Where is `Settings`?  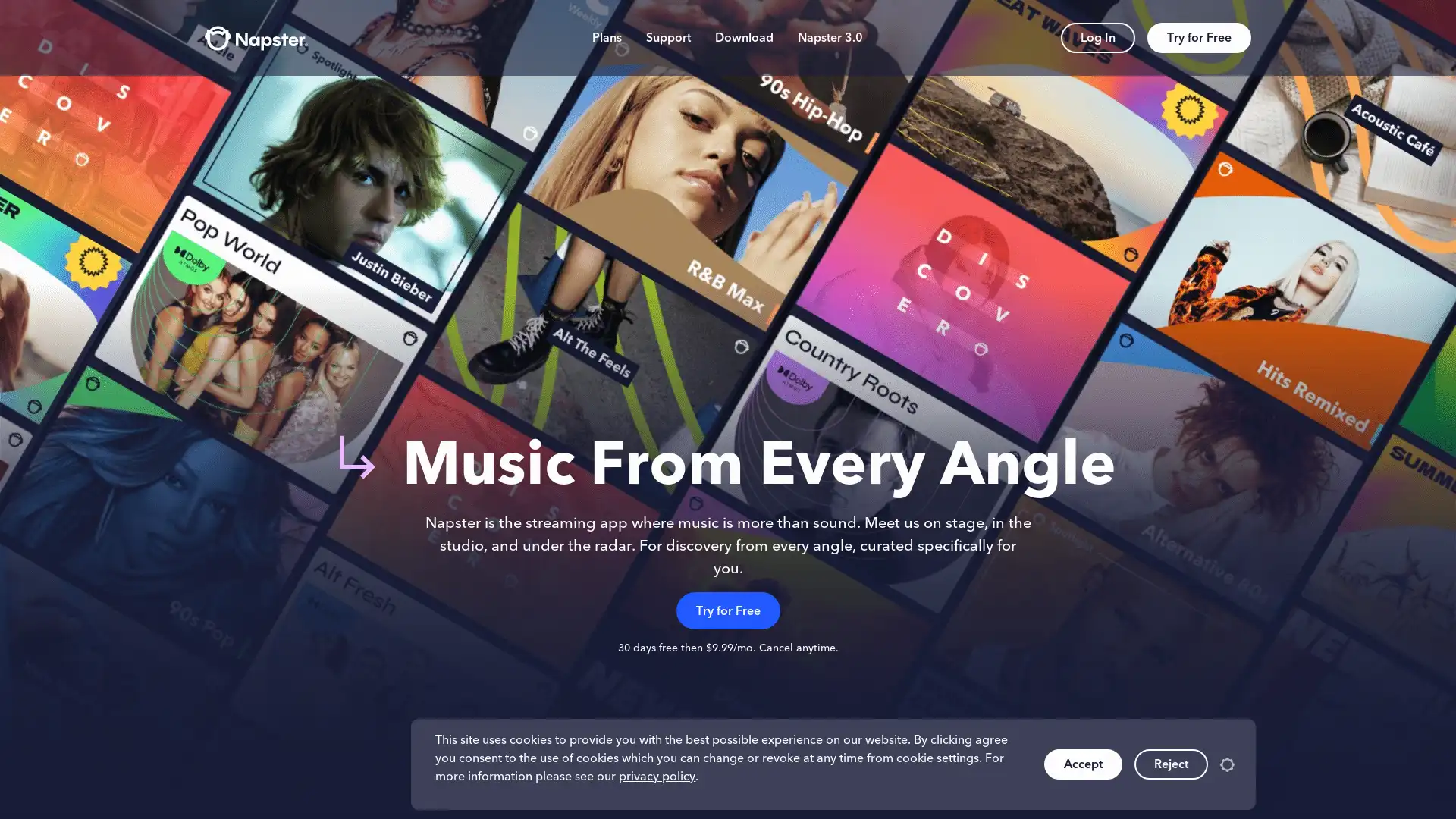 Settings is located at coordinates (1227, 764).